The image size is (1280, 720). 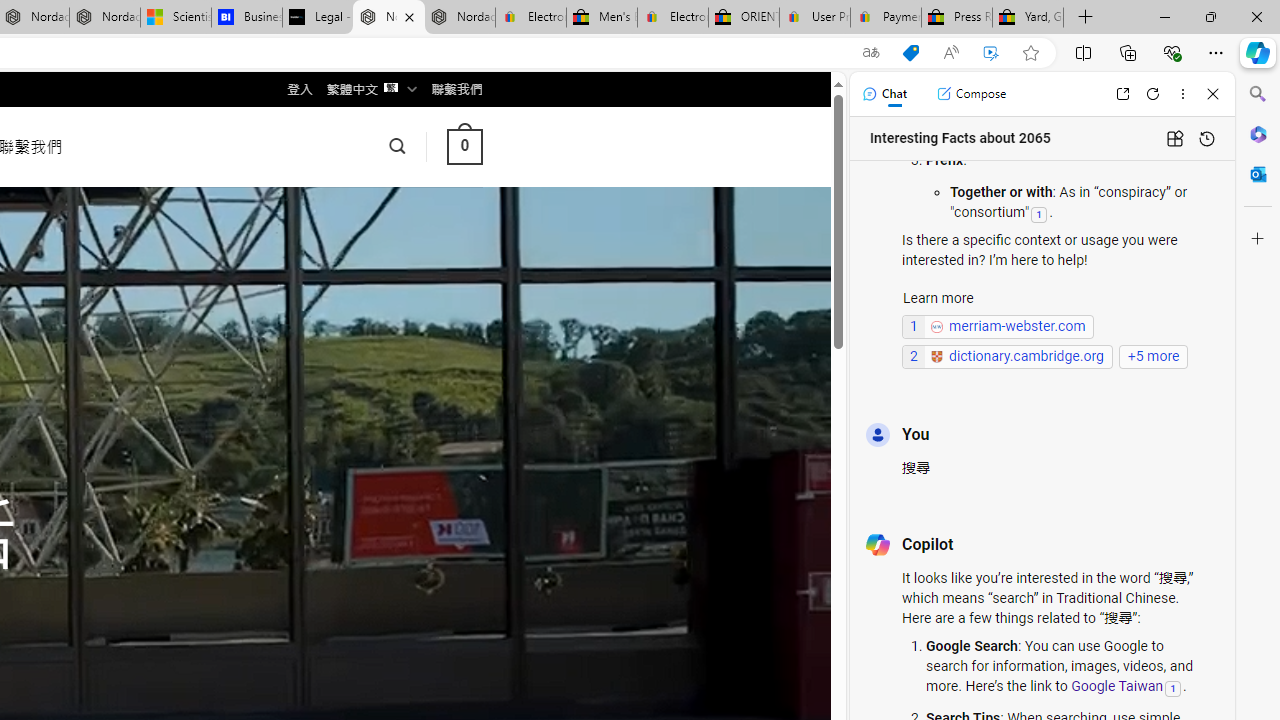 What do you see at coordinates (883, 93) in the screenshot?
I see `'Chat'` at bounding box center [883, 93].